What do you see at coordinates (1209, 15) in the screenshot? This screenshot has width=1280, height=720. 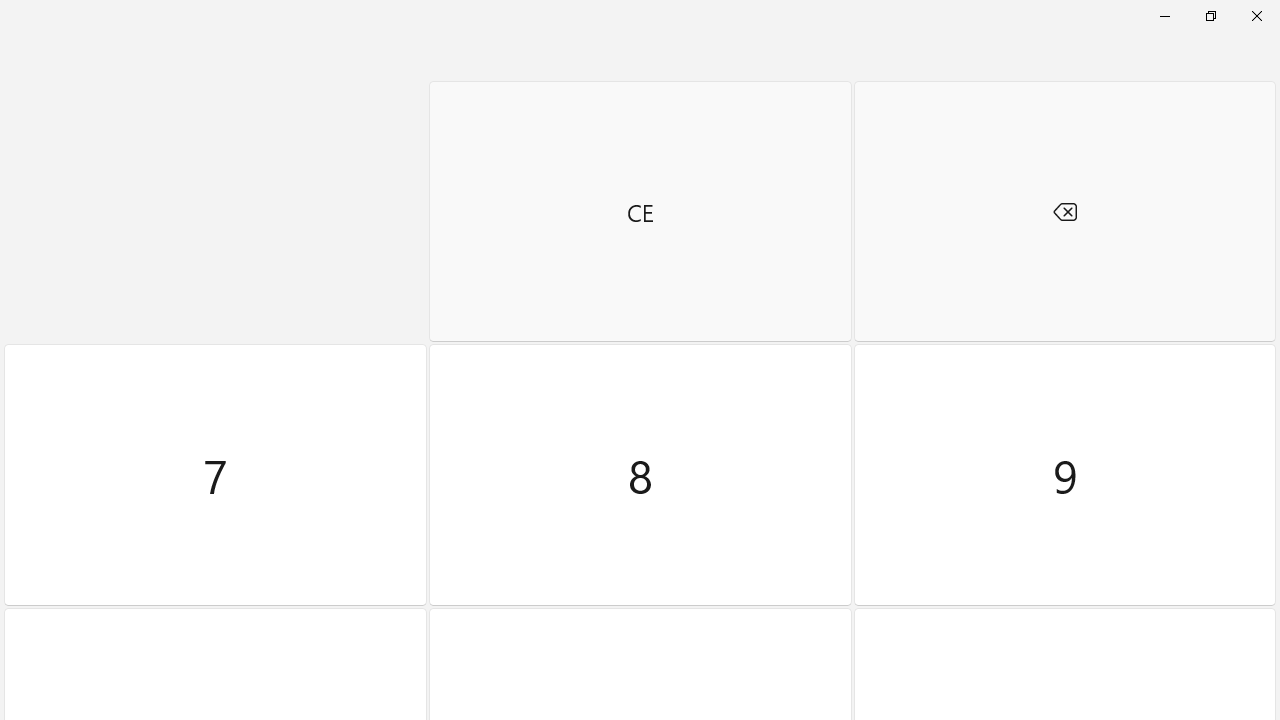 I see `'Restore Calculator'` at bounding box center [1209, 15].